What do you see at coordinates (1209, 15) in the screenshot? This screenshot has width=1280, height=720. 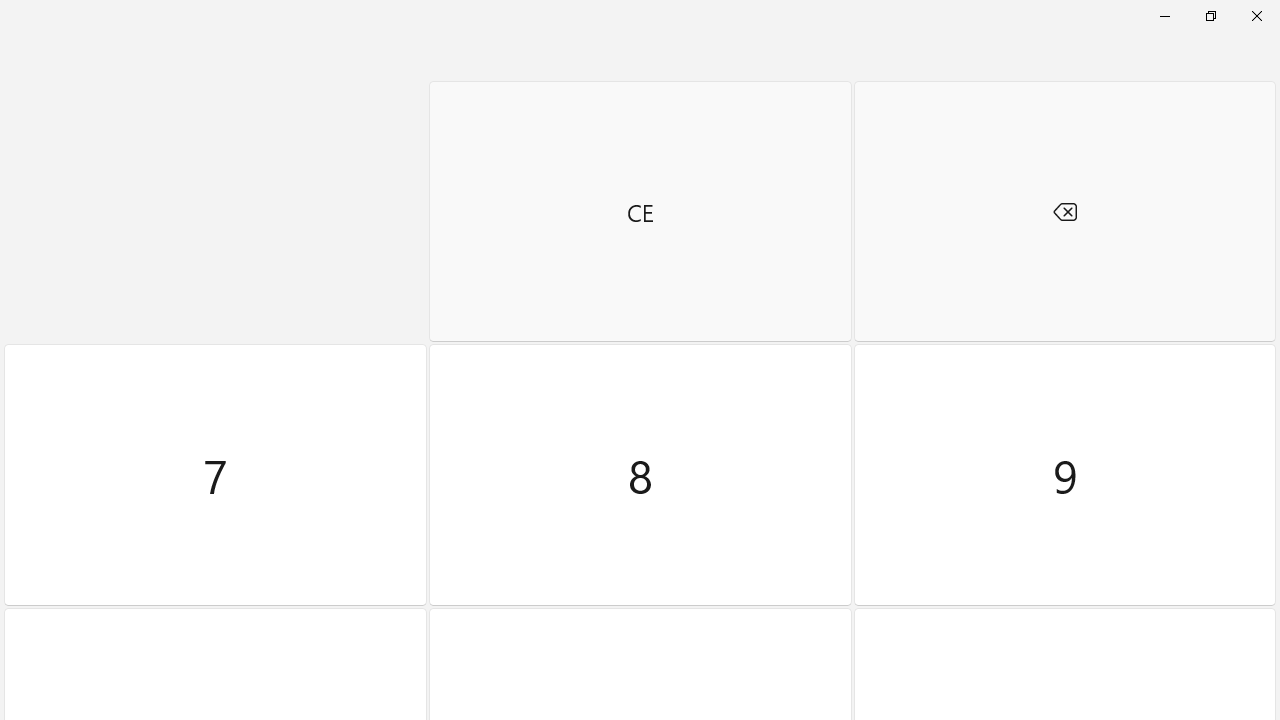 I see `'Restore Calculator'` at bounding box center [1209, 15].